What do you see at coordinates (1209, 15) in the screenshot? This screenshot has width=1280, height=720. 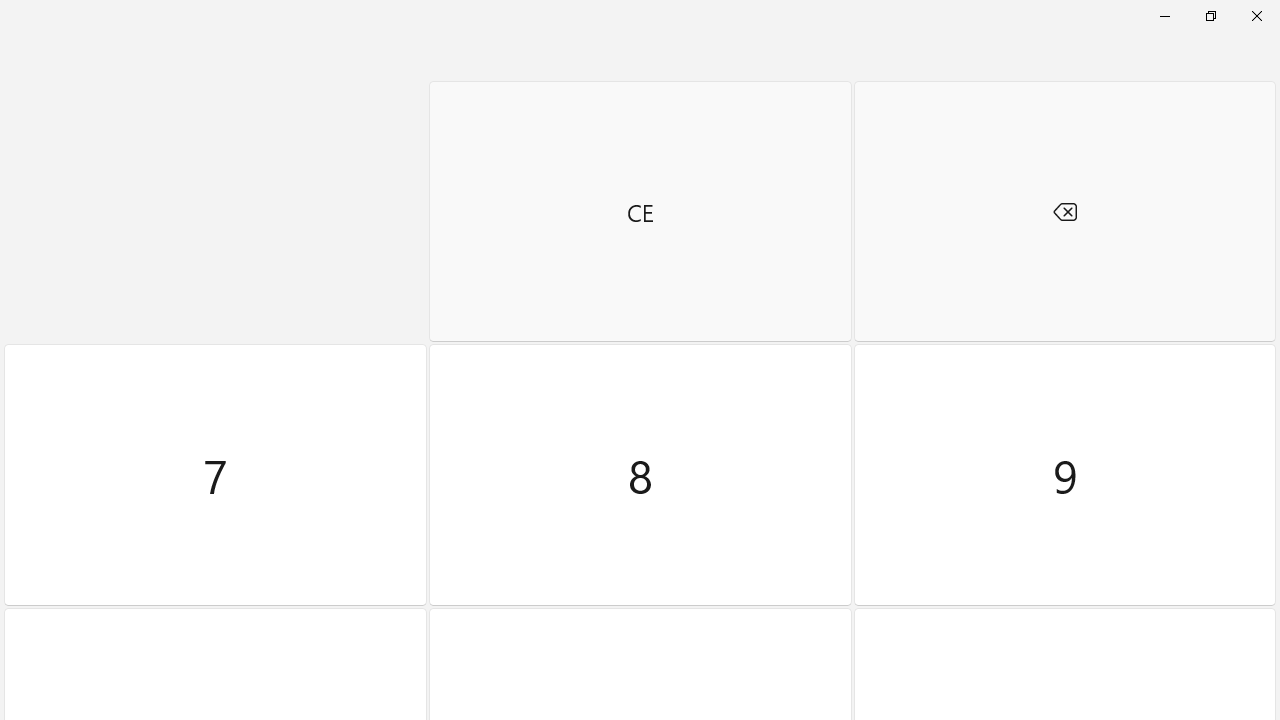 I see `'Restore Calculator'` at bounding box center [1209, 15].